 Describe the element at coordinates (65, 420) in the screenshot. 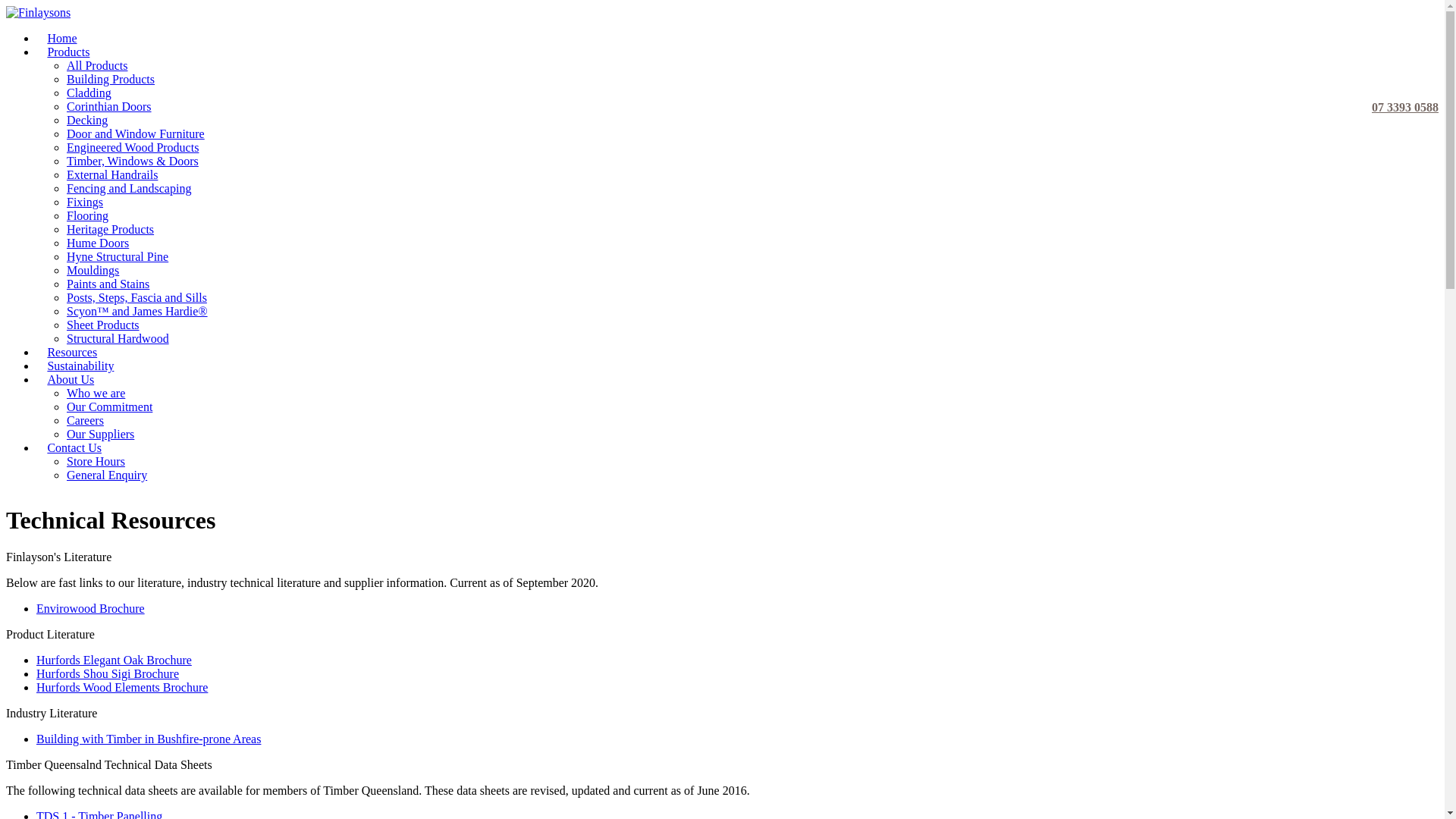

I see `'Careers'` at that location.